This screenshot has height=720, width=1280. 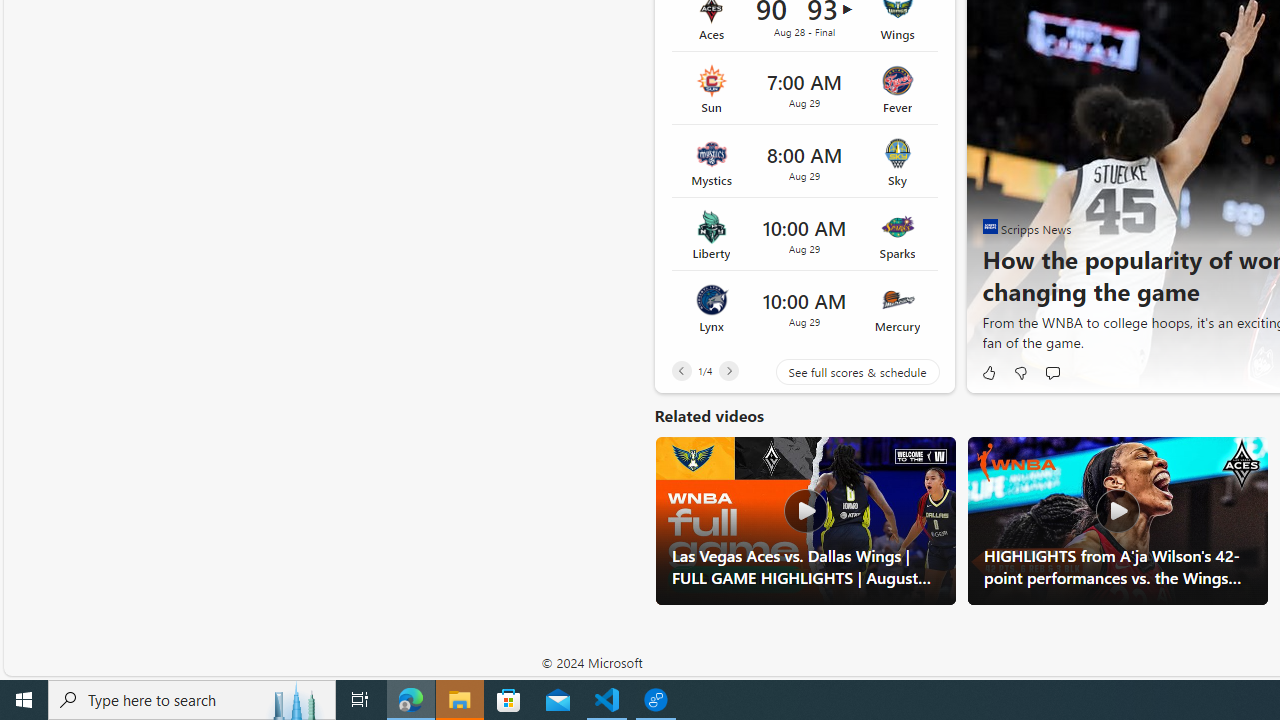 I want to click on 'Like', so click(x=988, y=372).